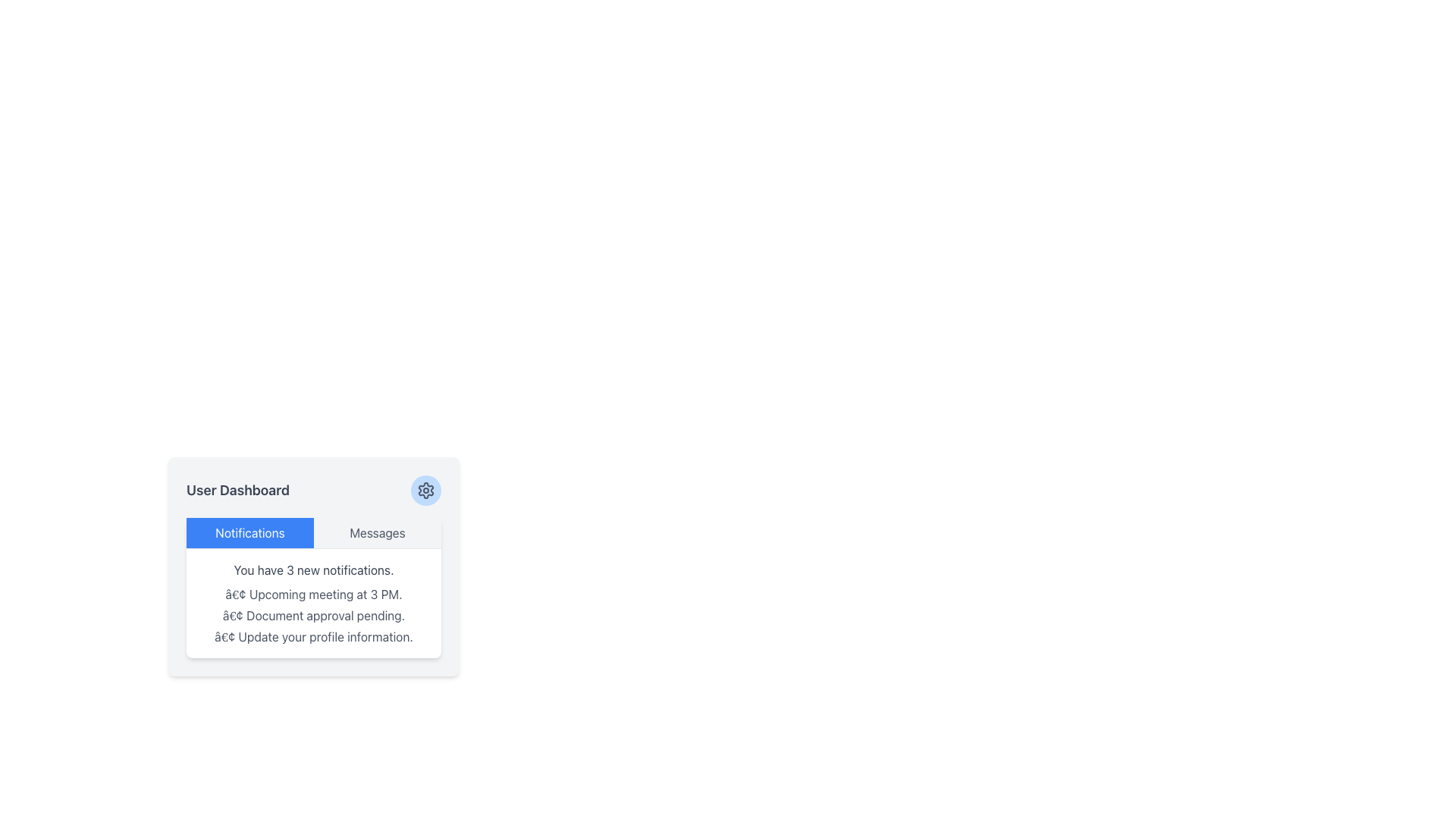  Describe the element at coordinates (425, 491) in the screenshot. I see `the settings icon located at the top-right corner of the user dashboard` at that location.